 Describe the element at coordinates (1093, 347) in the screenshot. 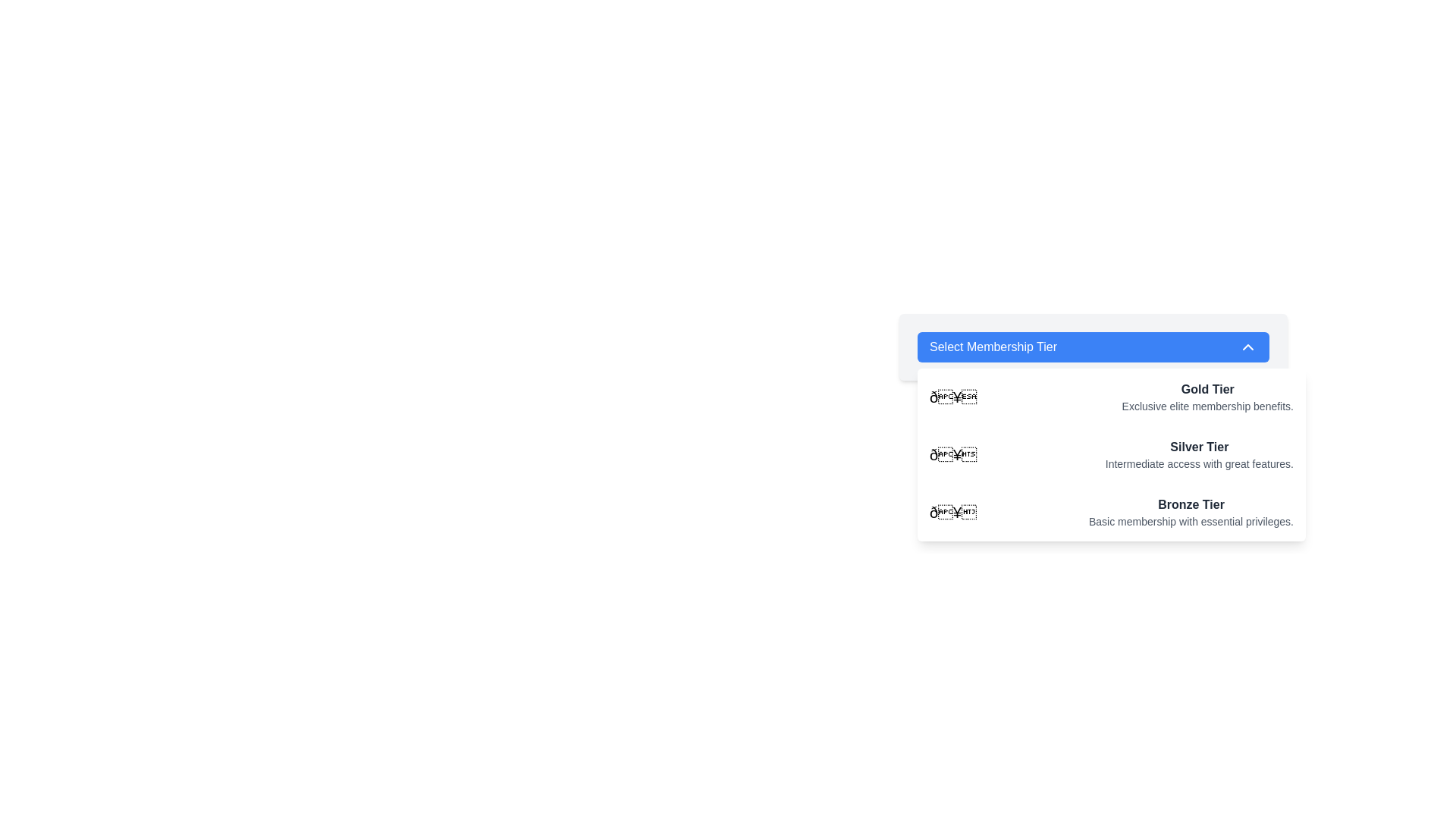

I see `the centrally aligned dropdown button at the top of the membership options section` at that location.